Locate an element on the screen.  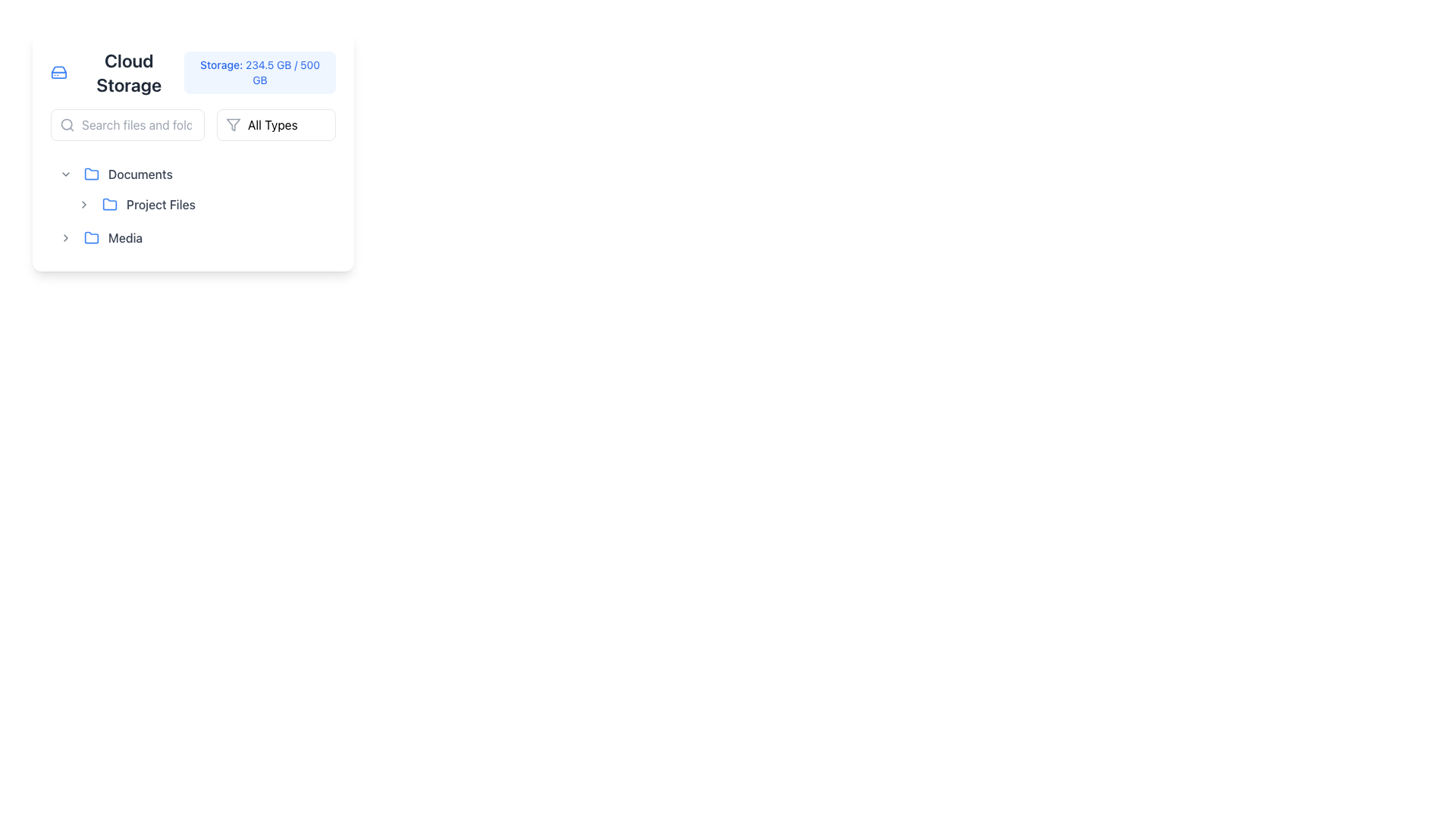
the funnel icon located inside the 'All Types' dropdown button, positioned to the left of the text label is located at coordinates (232, 124).